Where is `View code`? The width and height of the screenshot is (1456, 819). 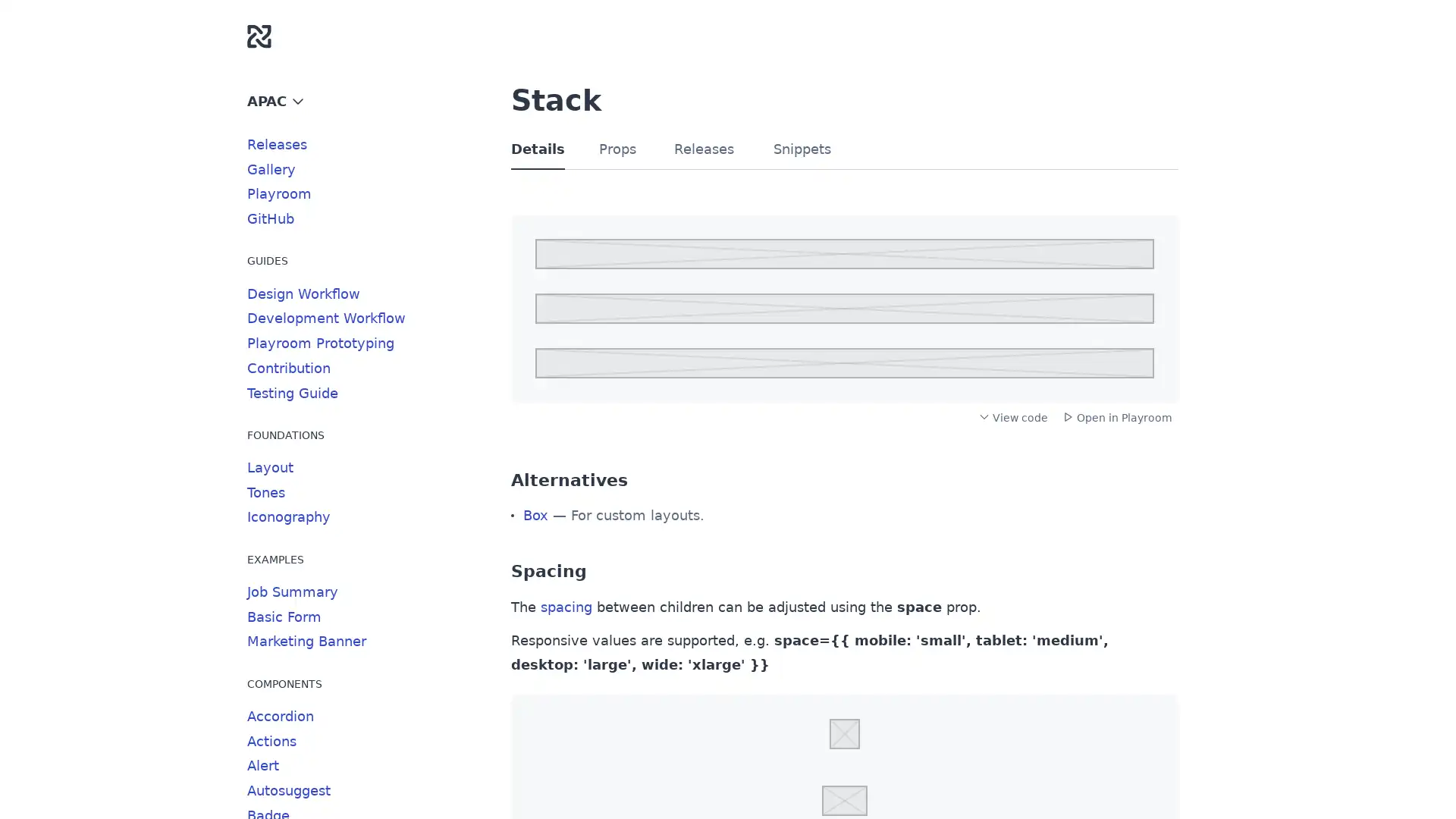
View code is located at coordinates (1013, 417).